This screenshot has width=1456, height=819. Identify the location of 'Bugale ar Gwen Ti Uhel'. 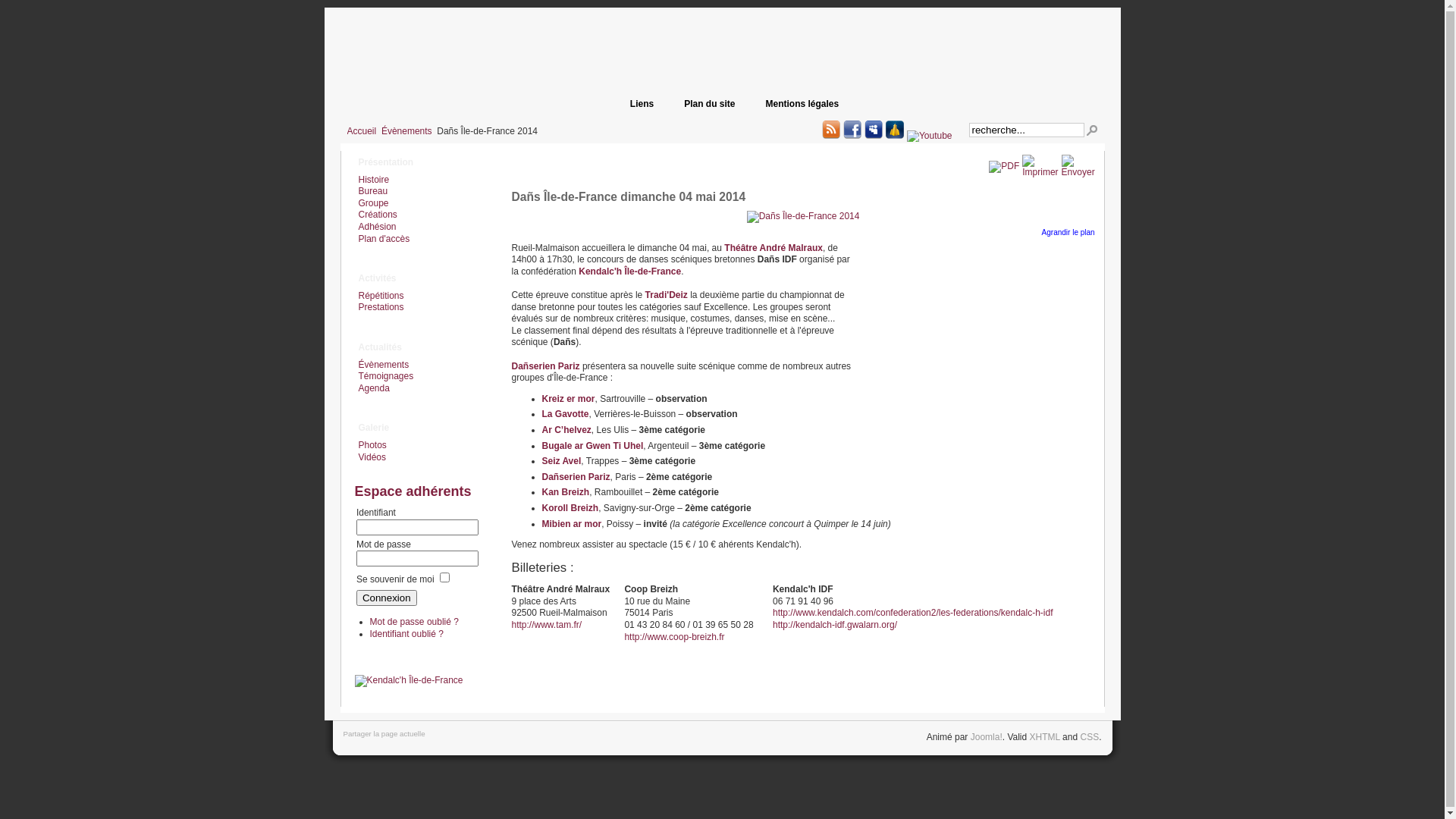
(541, 444).